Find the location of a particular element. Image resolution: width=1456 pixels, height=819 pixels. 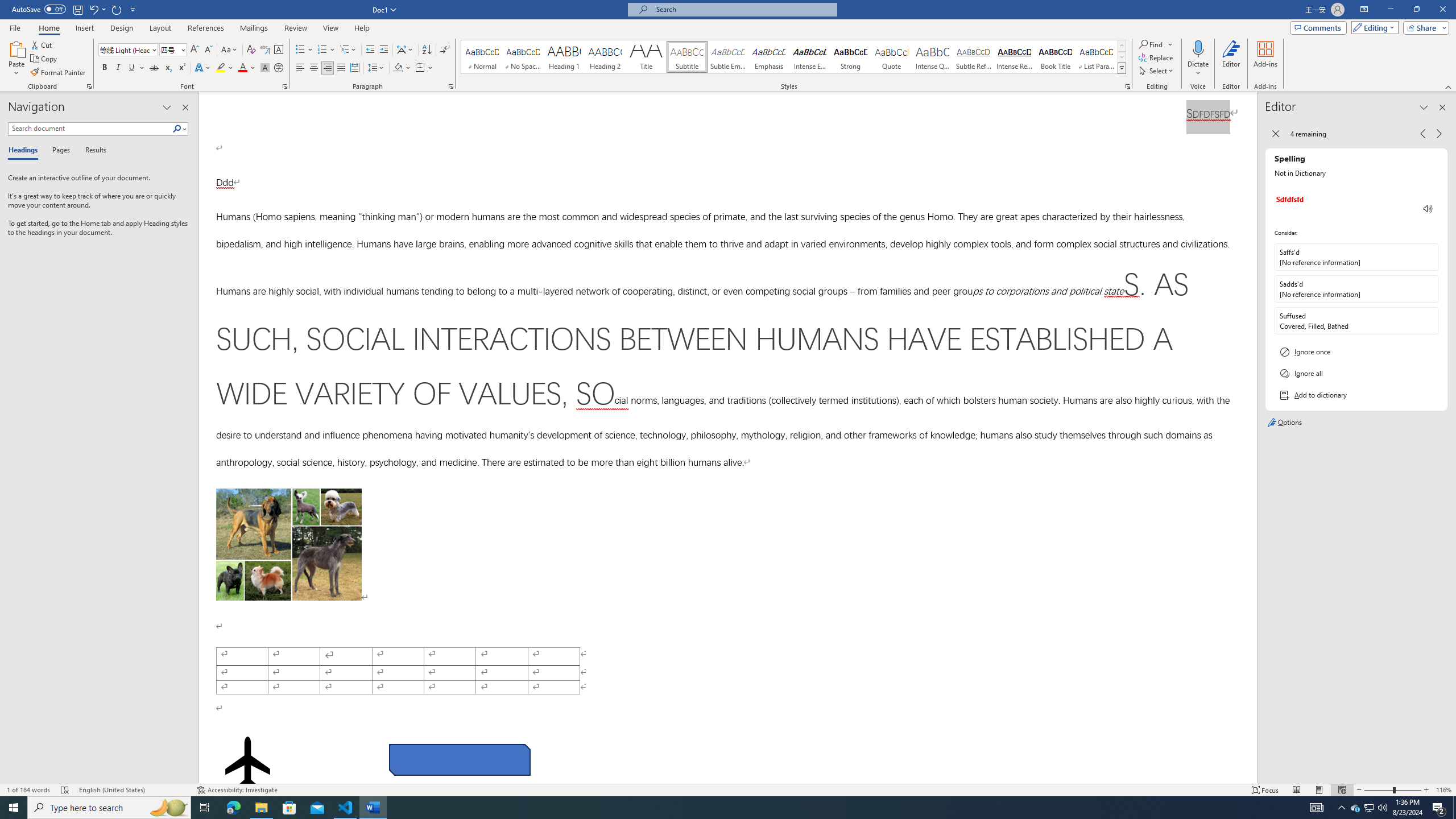

'Close pane' is located at coordinates (185, 107).